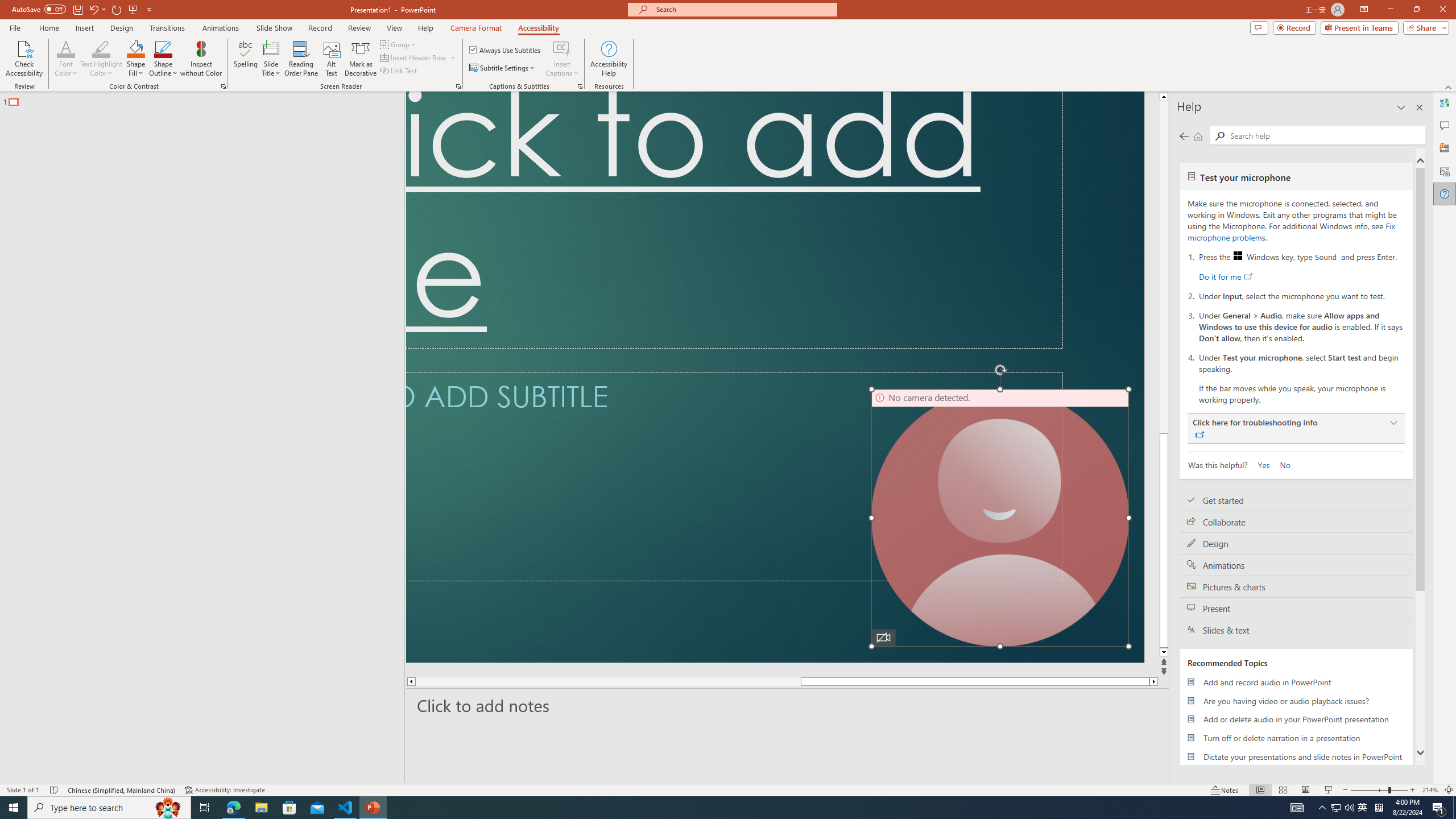  Describe the element at coordinates (1296, 428) in the screenshot. I see `'Click here for troubleshooting info'` at that location.